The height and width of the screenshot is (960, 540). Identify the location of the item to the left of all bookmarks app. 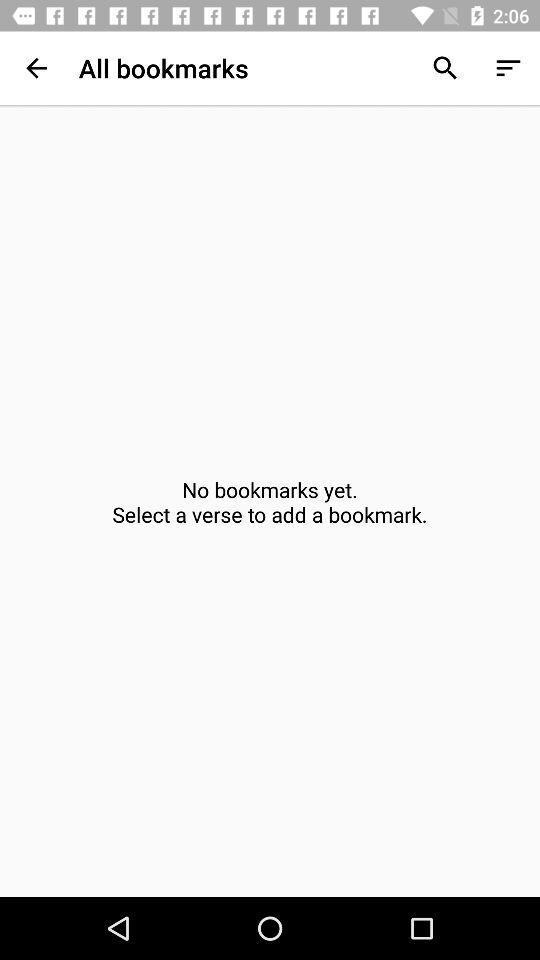
(36, 68).